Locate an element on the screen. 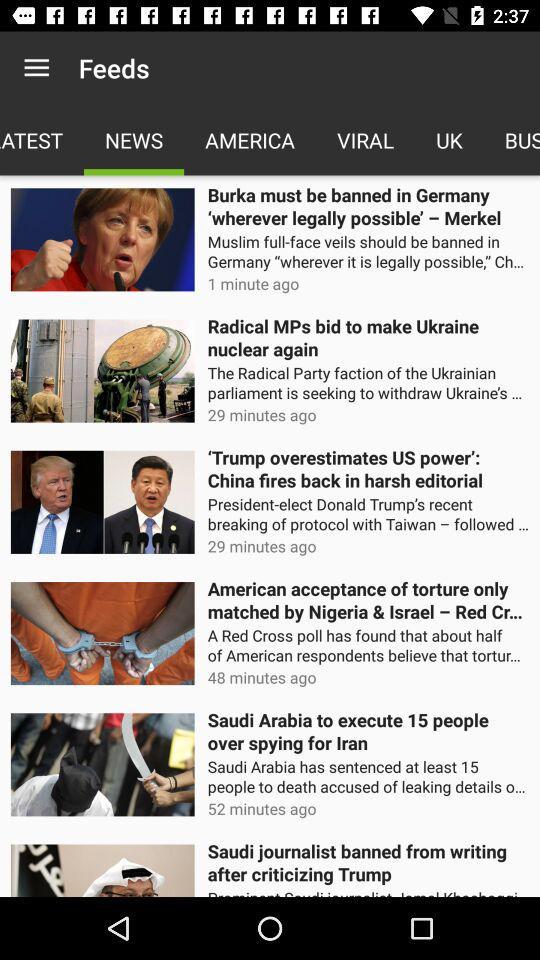  icon next to feeds icon is located at coordinates (36, 68).